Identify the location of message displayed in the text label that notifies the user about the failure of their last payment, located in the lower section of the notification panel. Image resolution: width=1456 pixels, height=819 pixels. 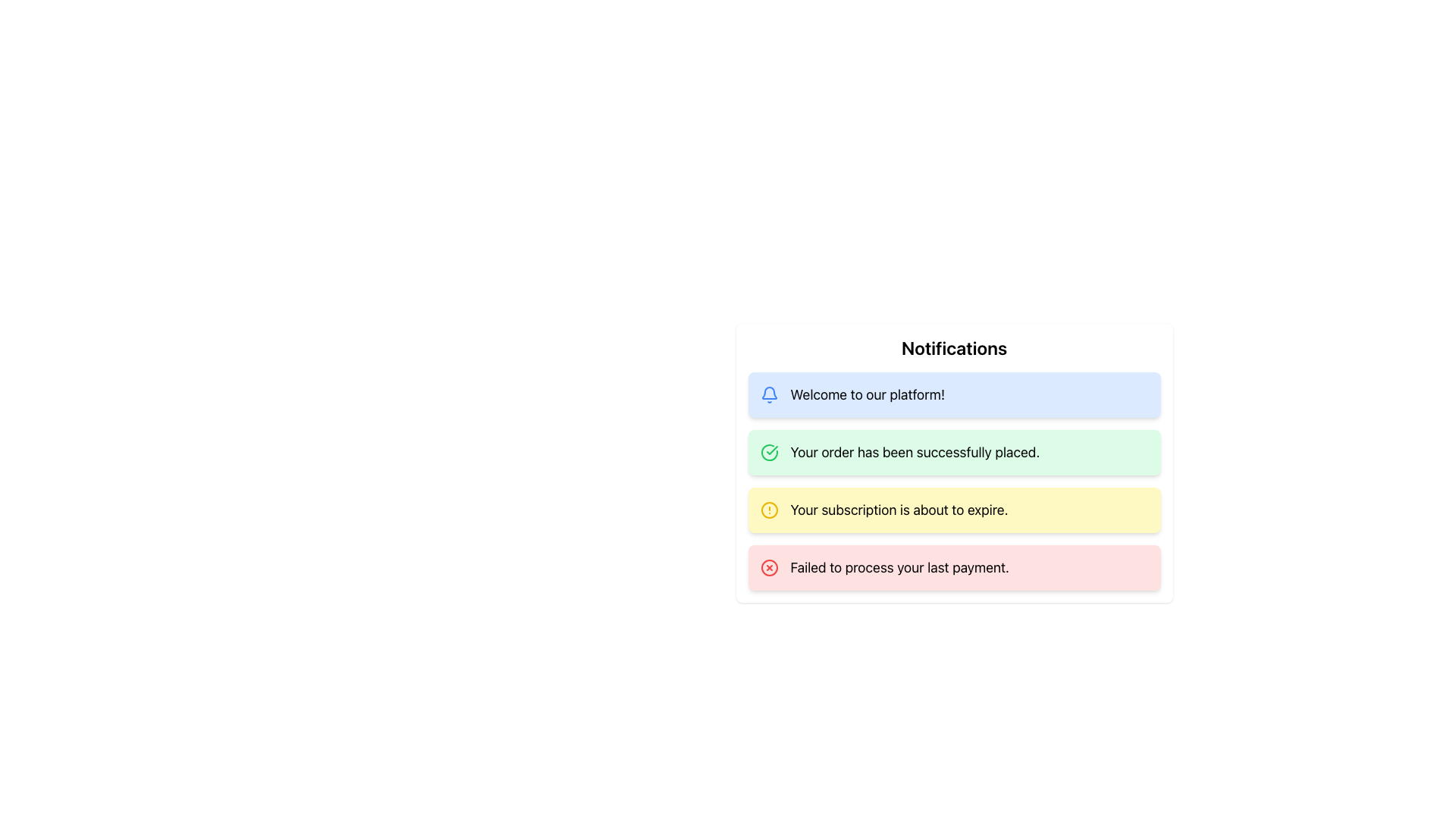
(899, 567).